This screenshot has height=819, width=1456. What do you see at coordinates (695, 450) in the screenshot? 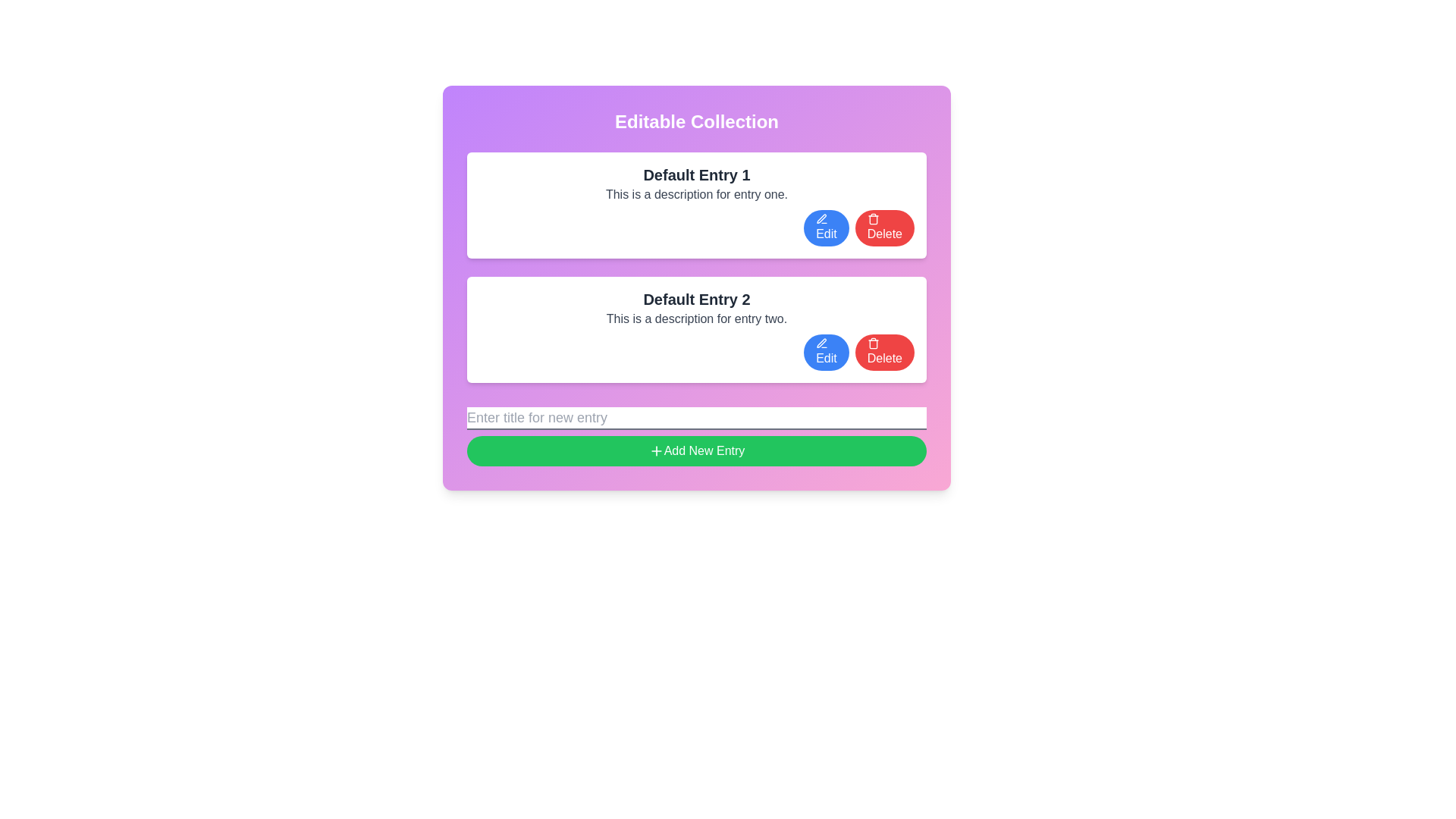
I see `the prominent green rectangular button labeled '+ Add New Entry'` at bounding box center [695, 450].